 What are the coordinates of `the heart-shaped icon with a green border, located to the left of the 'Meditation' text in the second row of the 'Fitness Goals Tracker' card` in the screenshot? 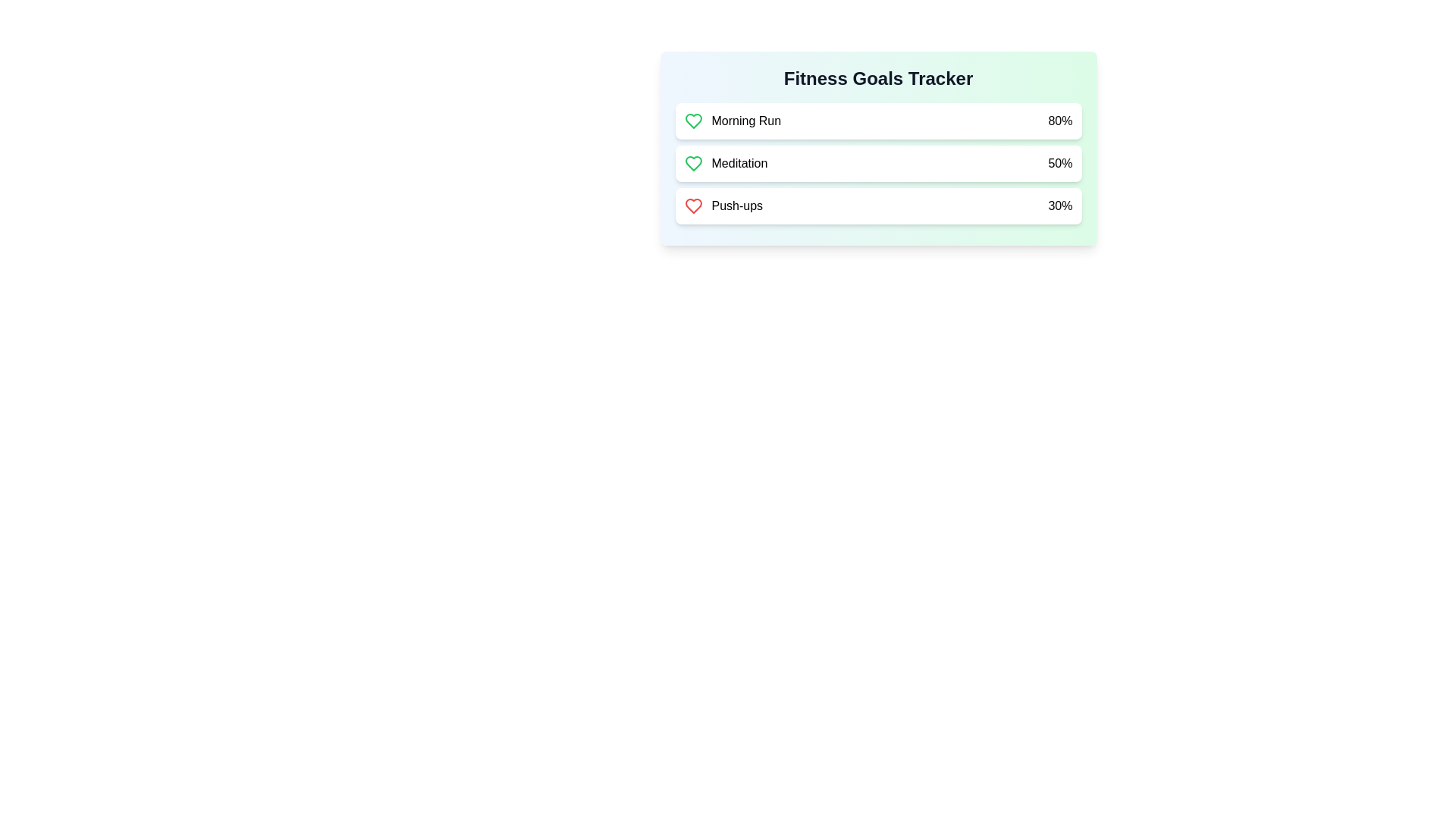 It's located at (692, 164).